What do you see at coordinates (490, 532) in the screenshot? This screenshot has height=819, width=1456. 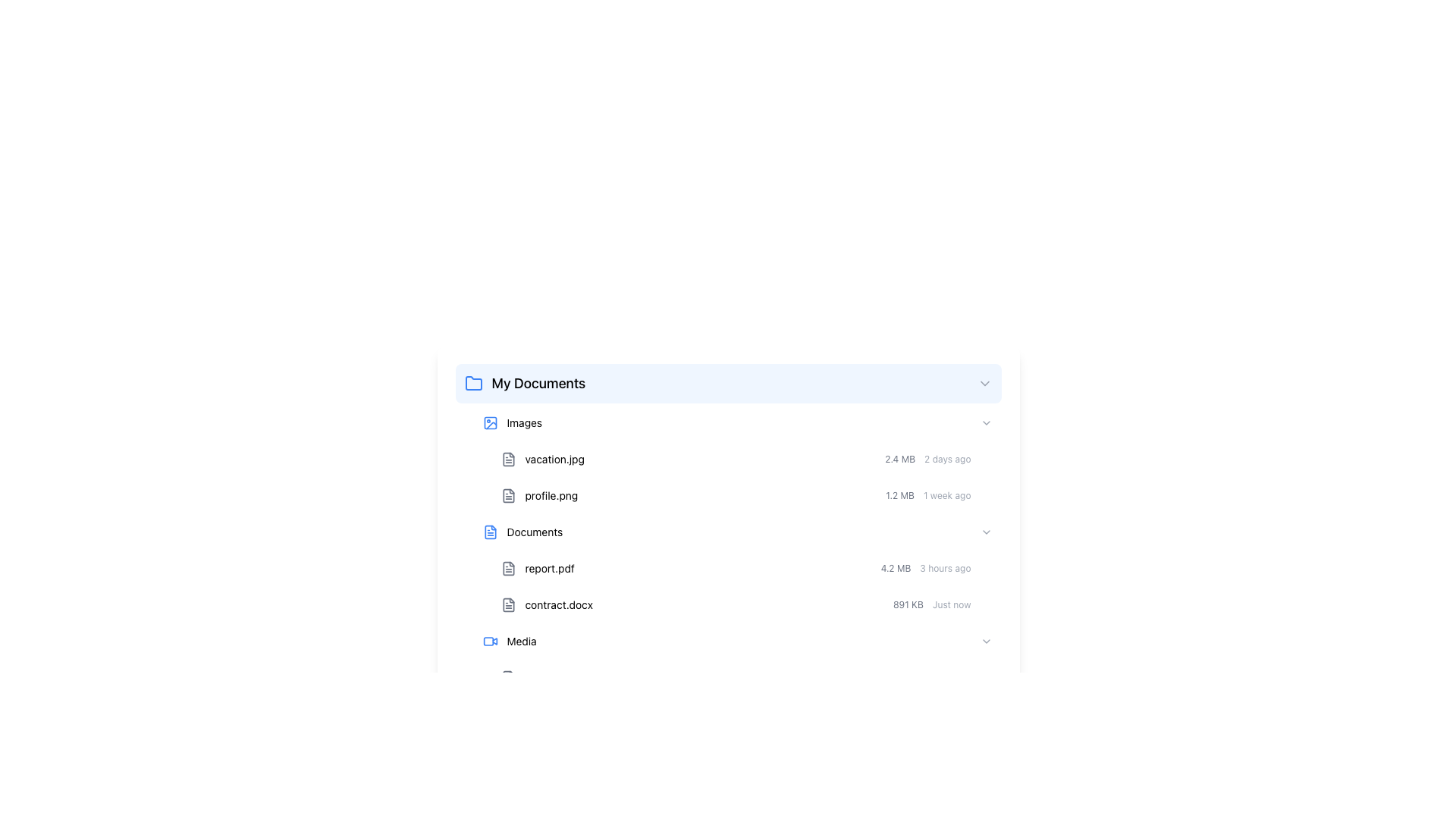 I see `the document icon next to the label 'Documents' in the second item of the vertically arranged list` at bounding box center [490, 532].